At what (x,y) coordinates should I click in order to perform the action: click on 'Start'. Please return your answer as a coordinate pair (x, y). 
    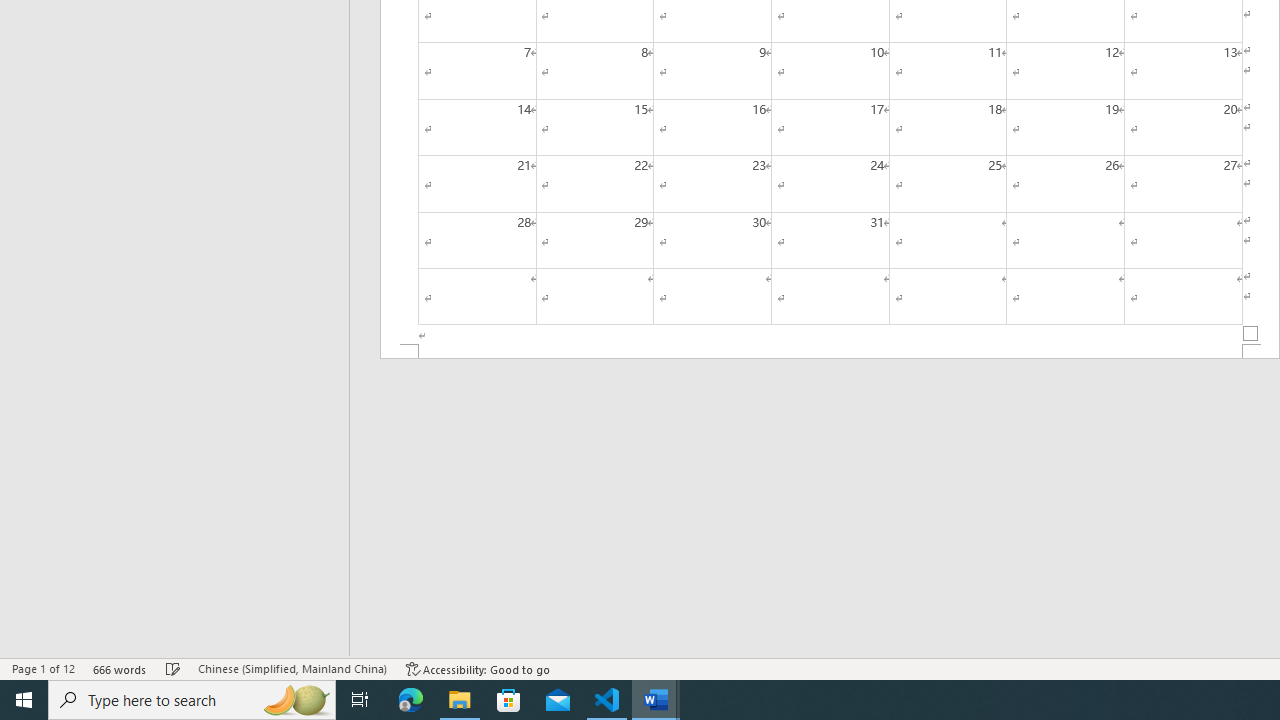
    Looking at the image, I should click on (24, 698).